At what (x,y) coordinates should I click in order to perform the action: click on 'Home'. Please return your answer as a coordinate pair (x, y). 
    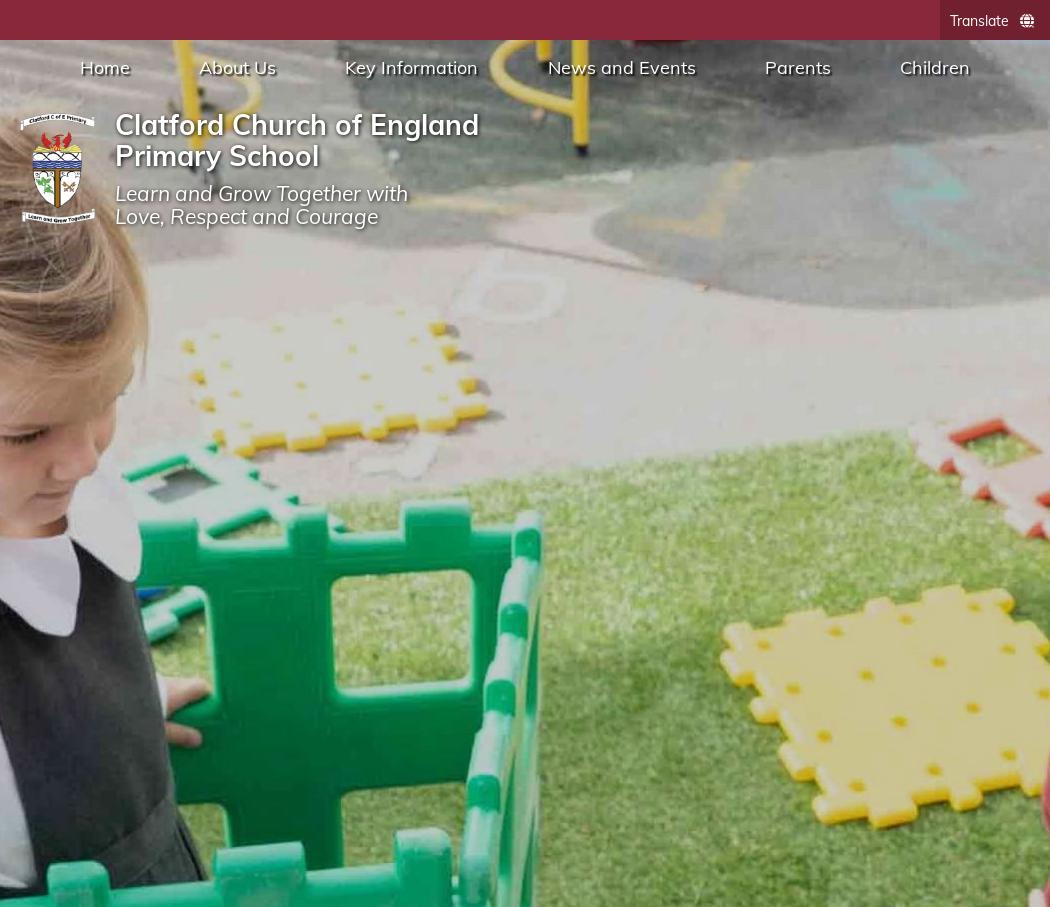
    Looking at the image, I should click on (78, 67).